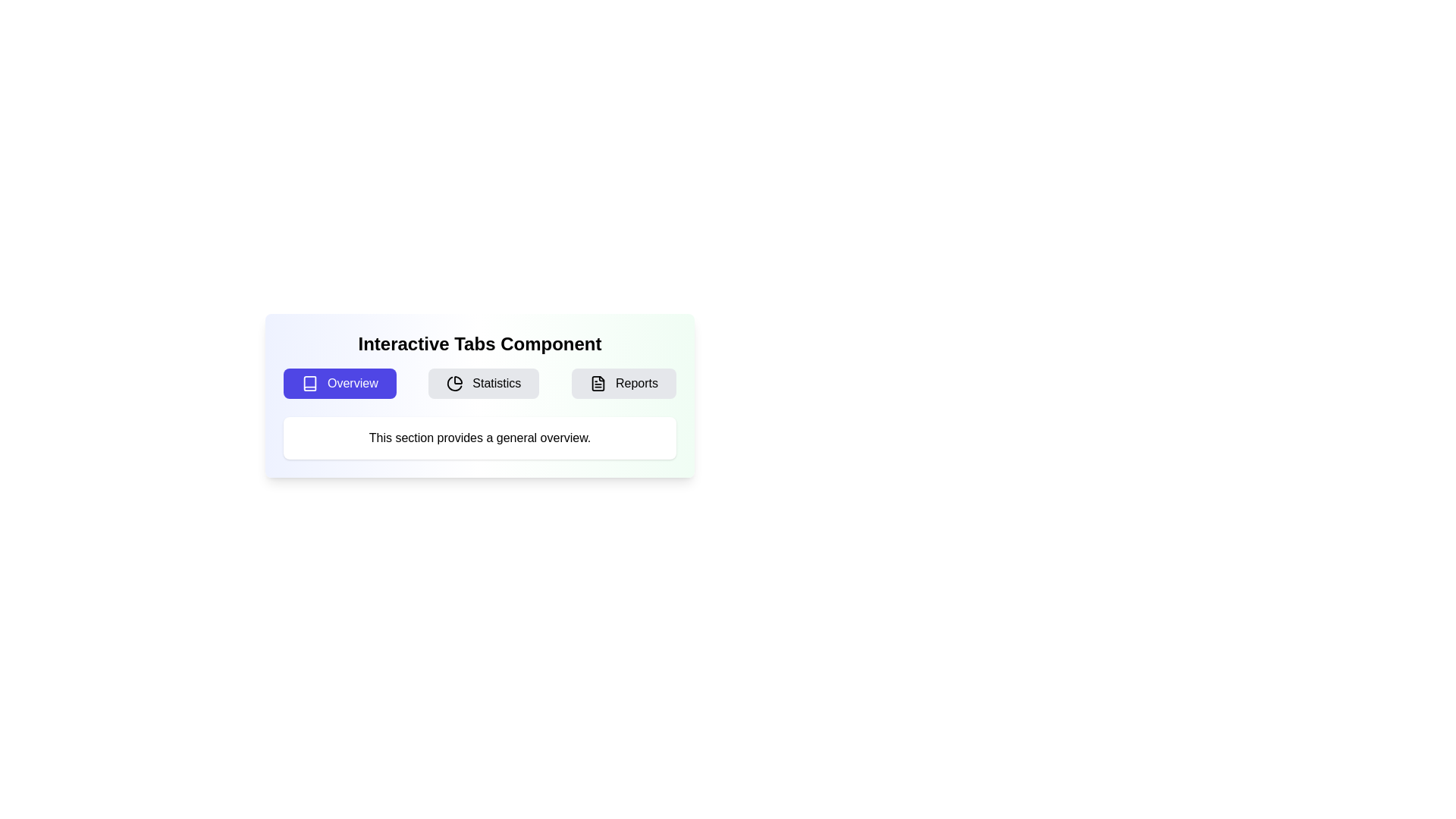 The image size is (1456, 819). What do you see at coordinates (483, 382) in the screenshot?
I see `the 'Statistics' button located between 'Overview' and 'Reports'` at bounding box center [483, 382].